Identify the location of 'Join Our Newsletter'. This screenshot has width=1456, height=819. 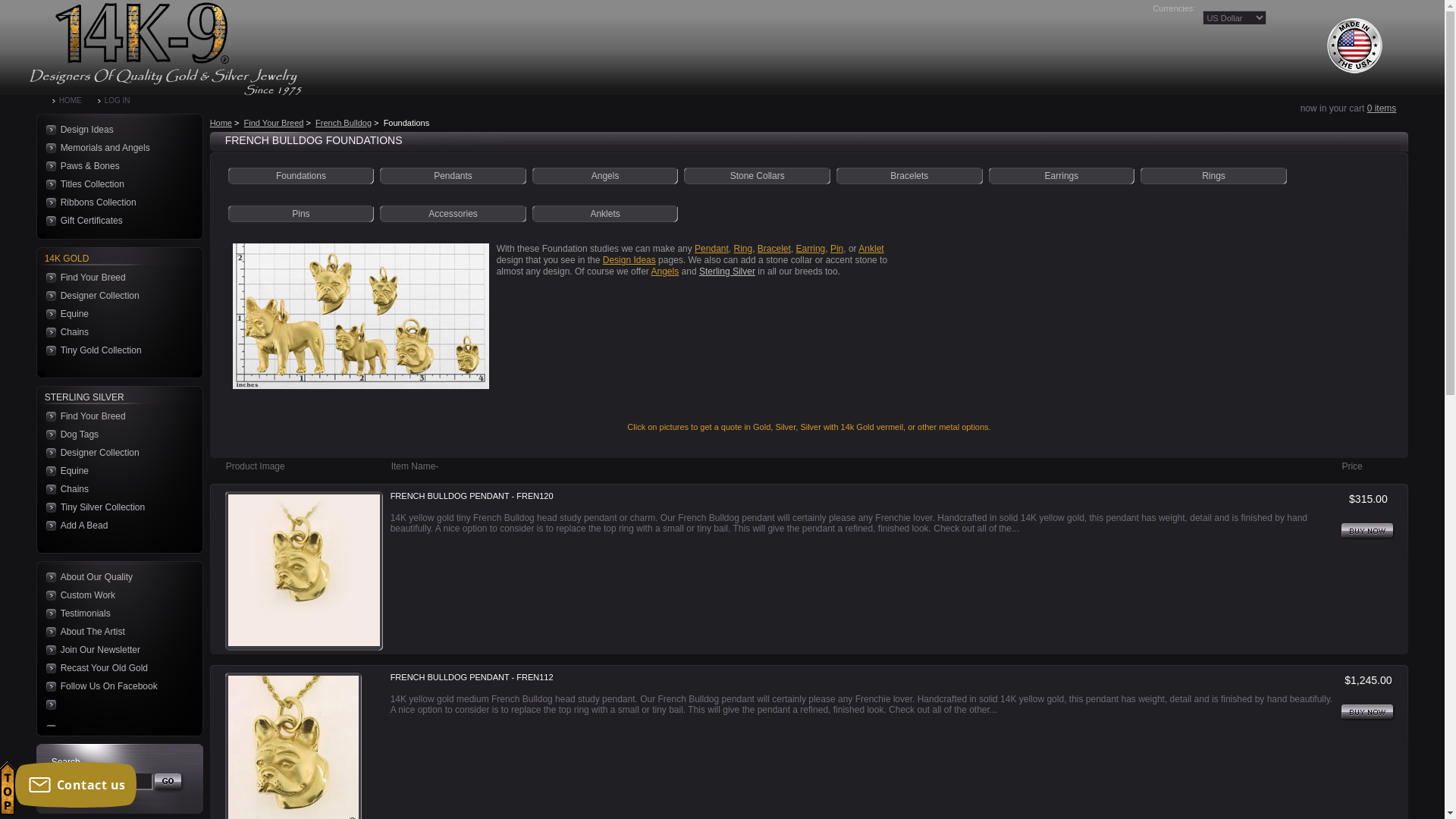
(43, 648).